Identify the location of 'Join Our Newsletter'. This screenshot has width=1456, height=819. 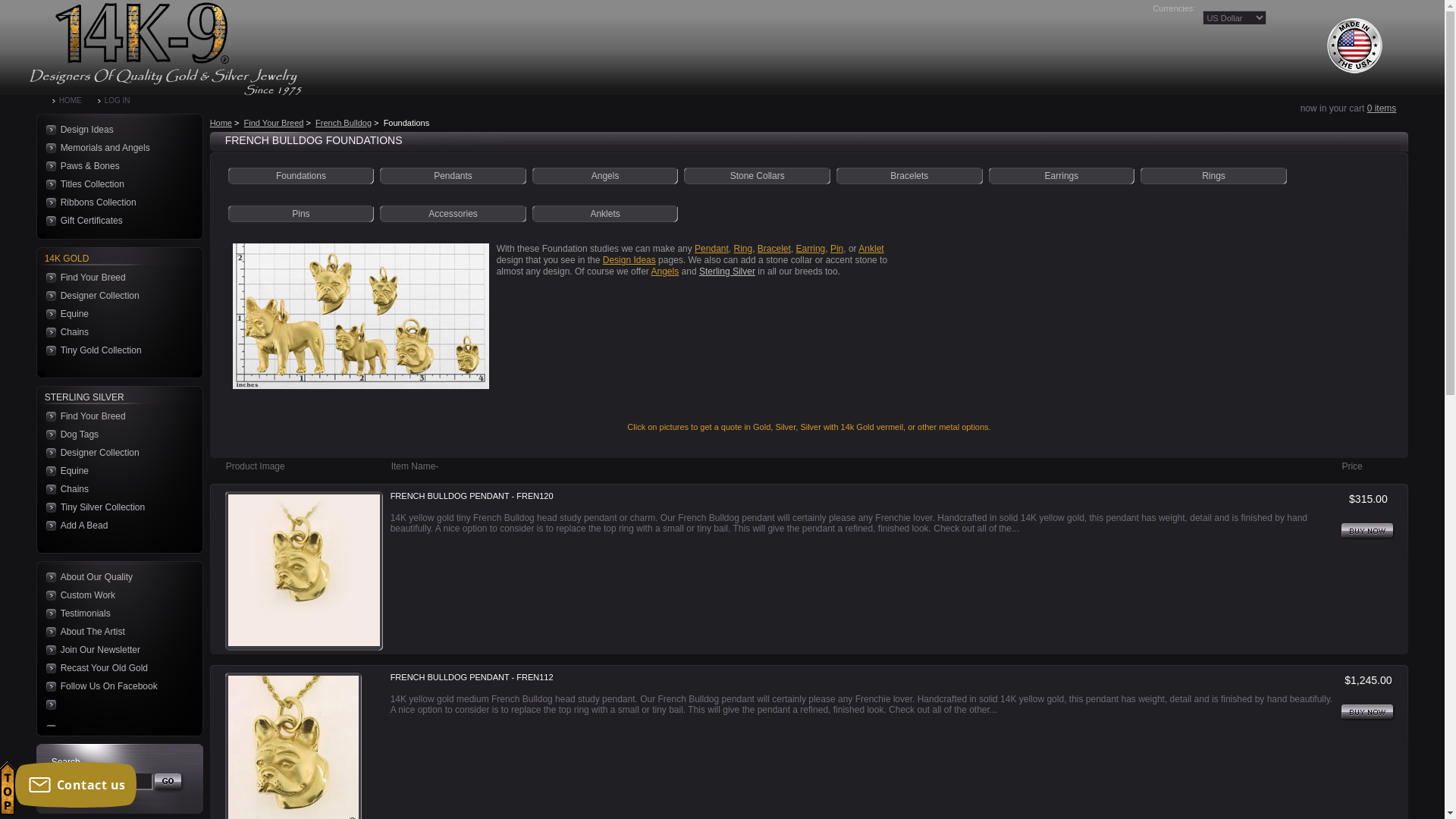
(43, 648).